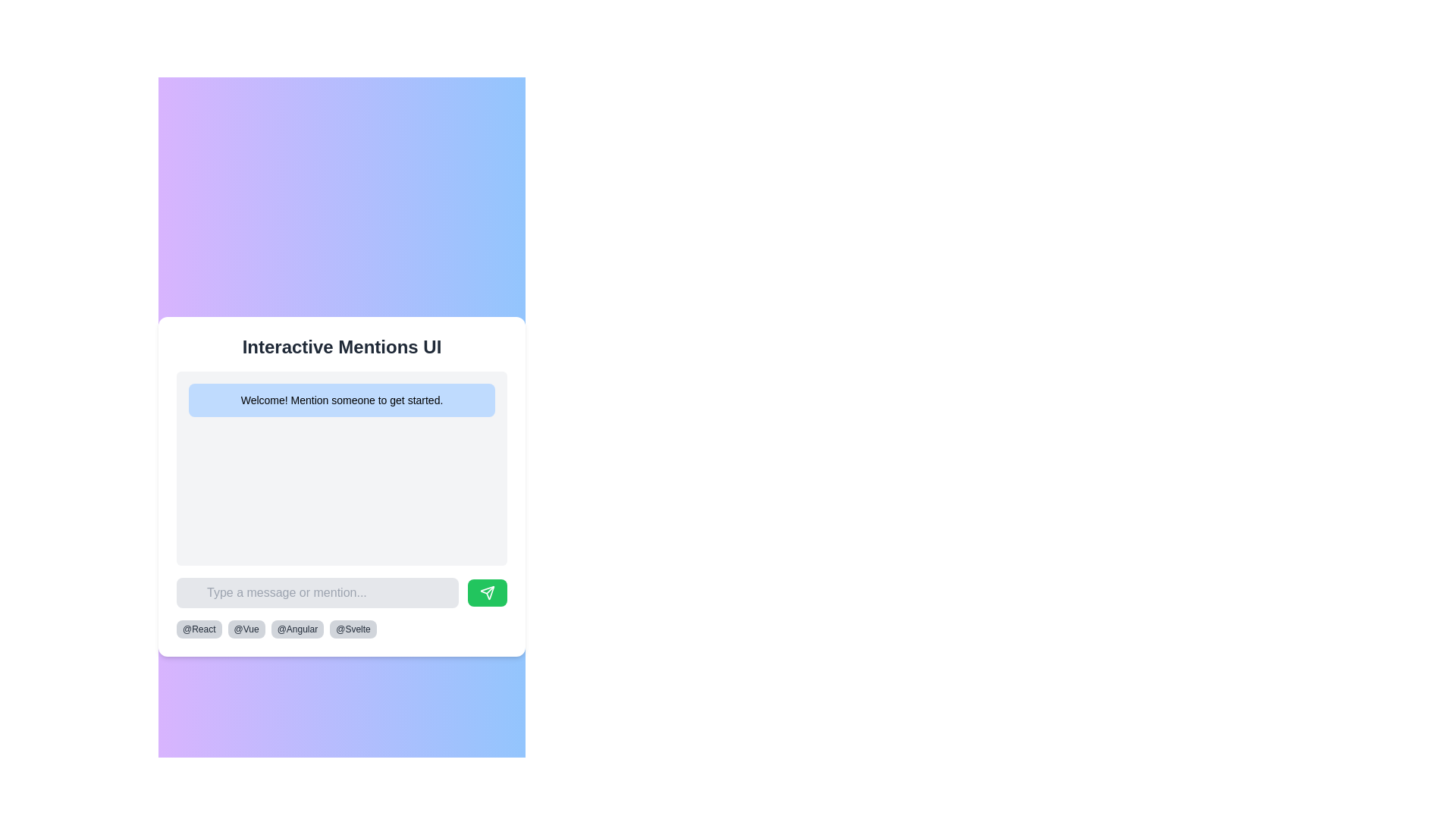 Image resolution: width=1456 pixels, height=819 pixels. What do you see at coordinates (297, 629) in the screenshot?
I see `the Angular tag button, which is the third button in a row of four, located between the '@Vue' and '@Svelte' buttons at the bottom of the interface to initiate an interaction` at bounding box center [297, 629].